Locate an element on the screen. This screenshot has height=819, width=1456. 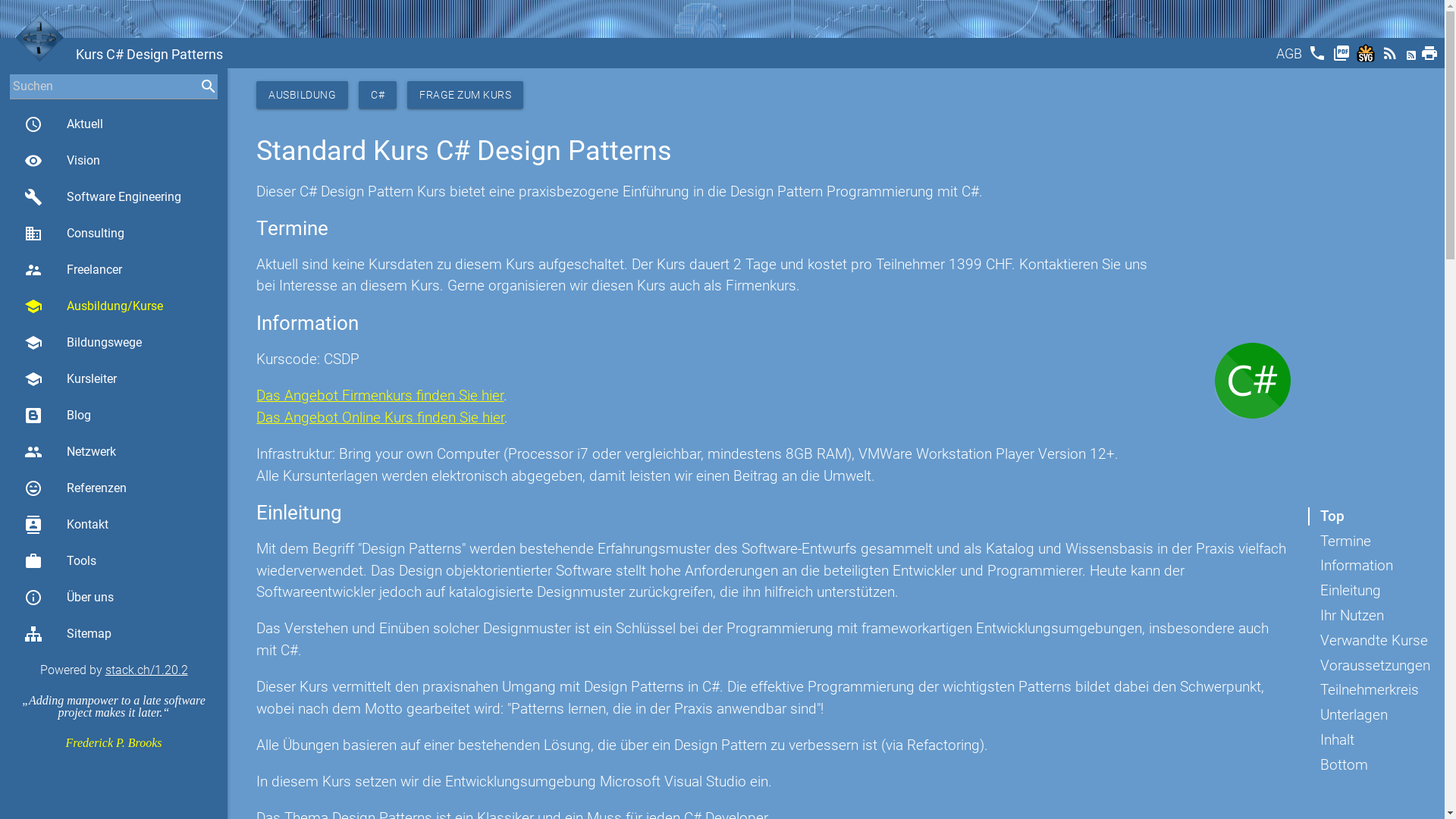
'contacts is located at coordinates (112, 523).